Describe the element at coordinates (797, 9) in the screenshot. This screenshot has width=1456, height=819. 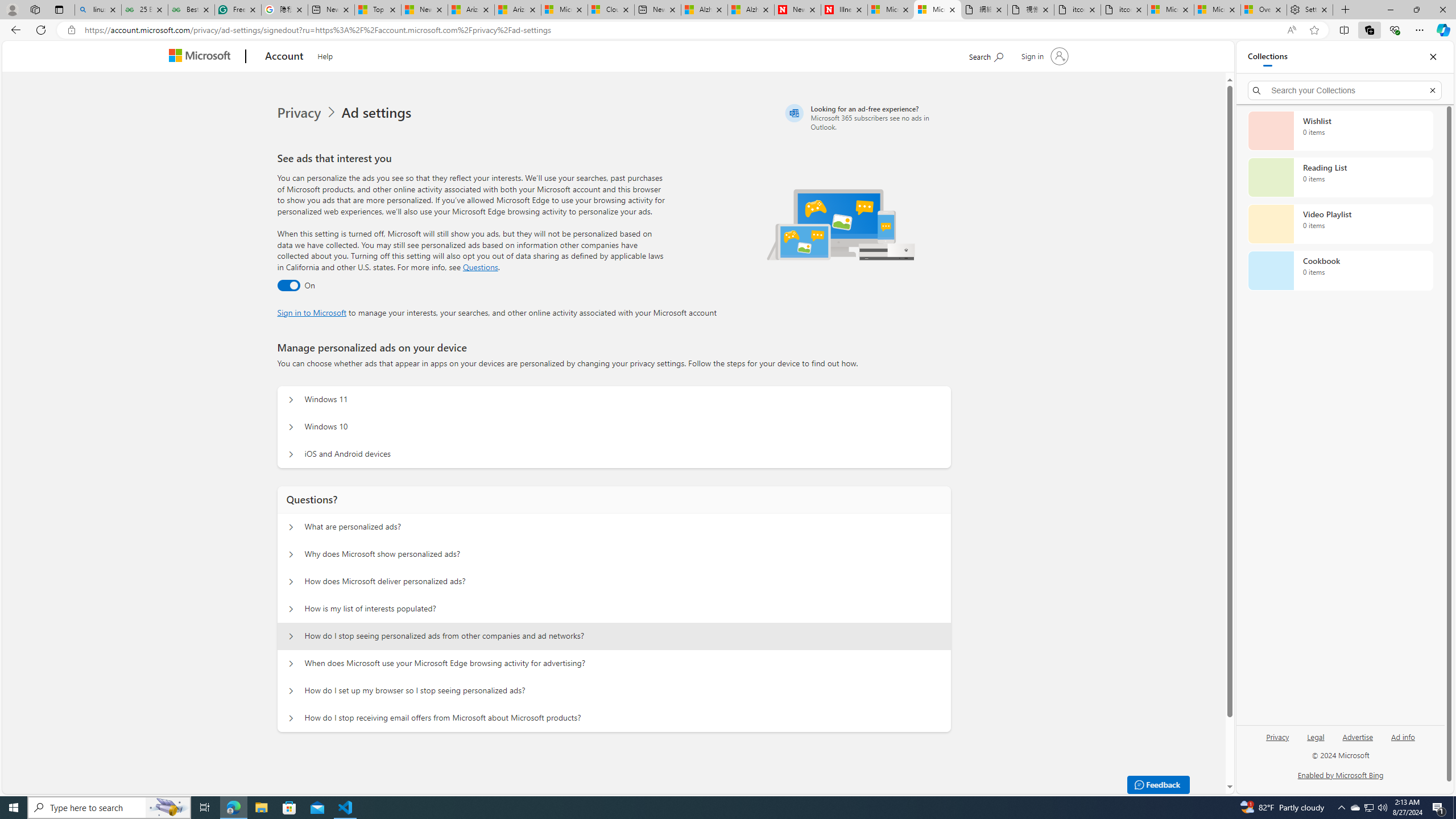
I see `'Newsweek - News, Analysis, Politics, Business, Technology'` at that location.